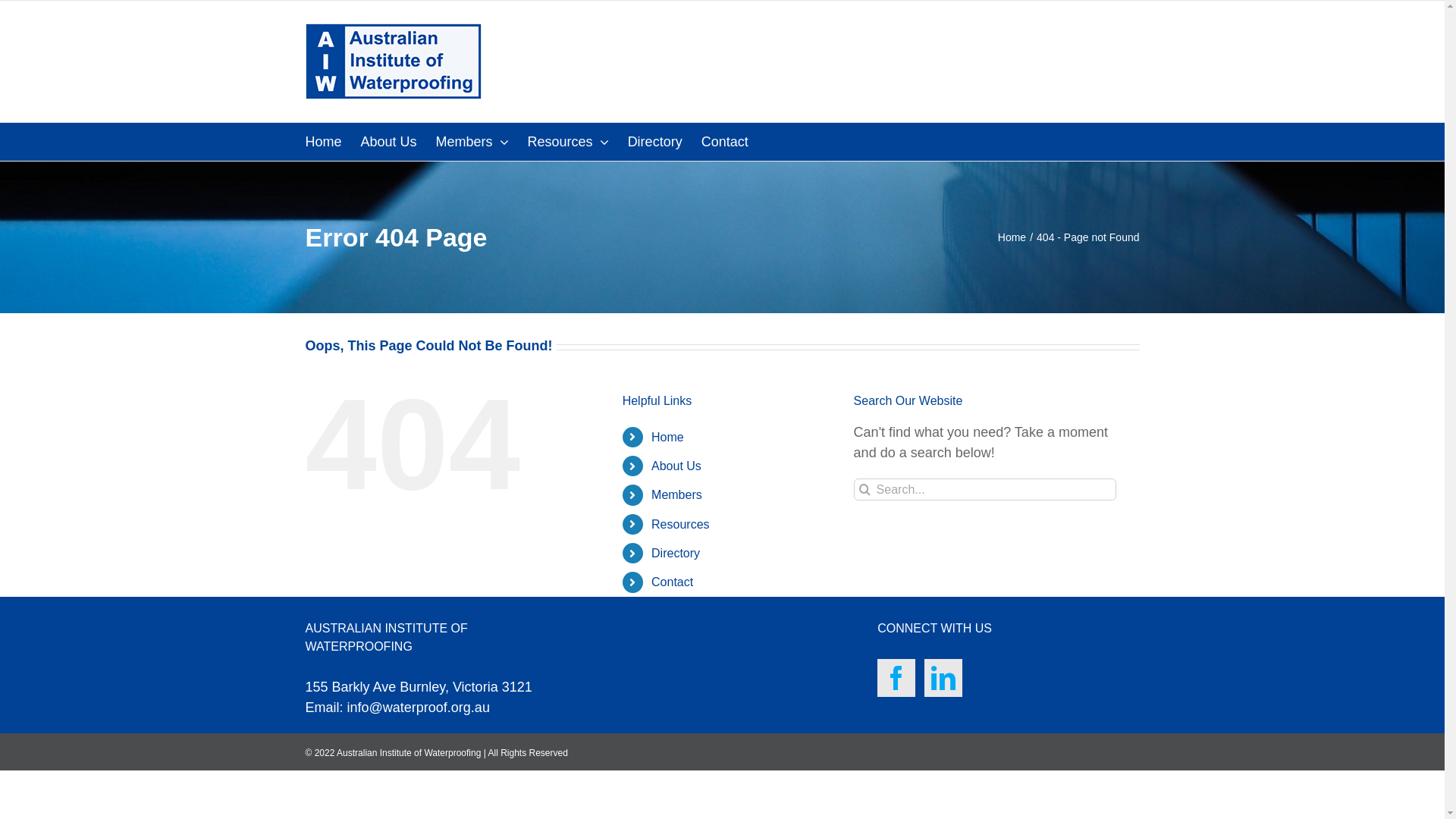  I want to click on 'About Us', so click(389, 141).